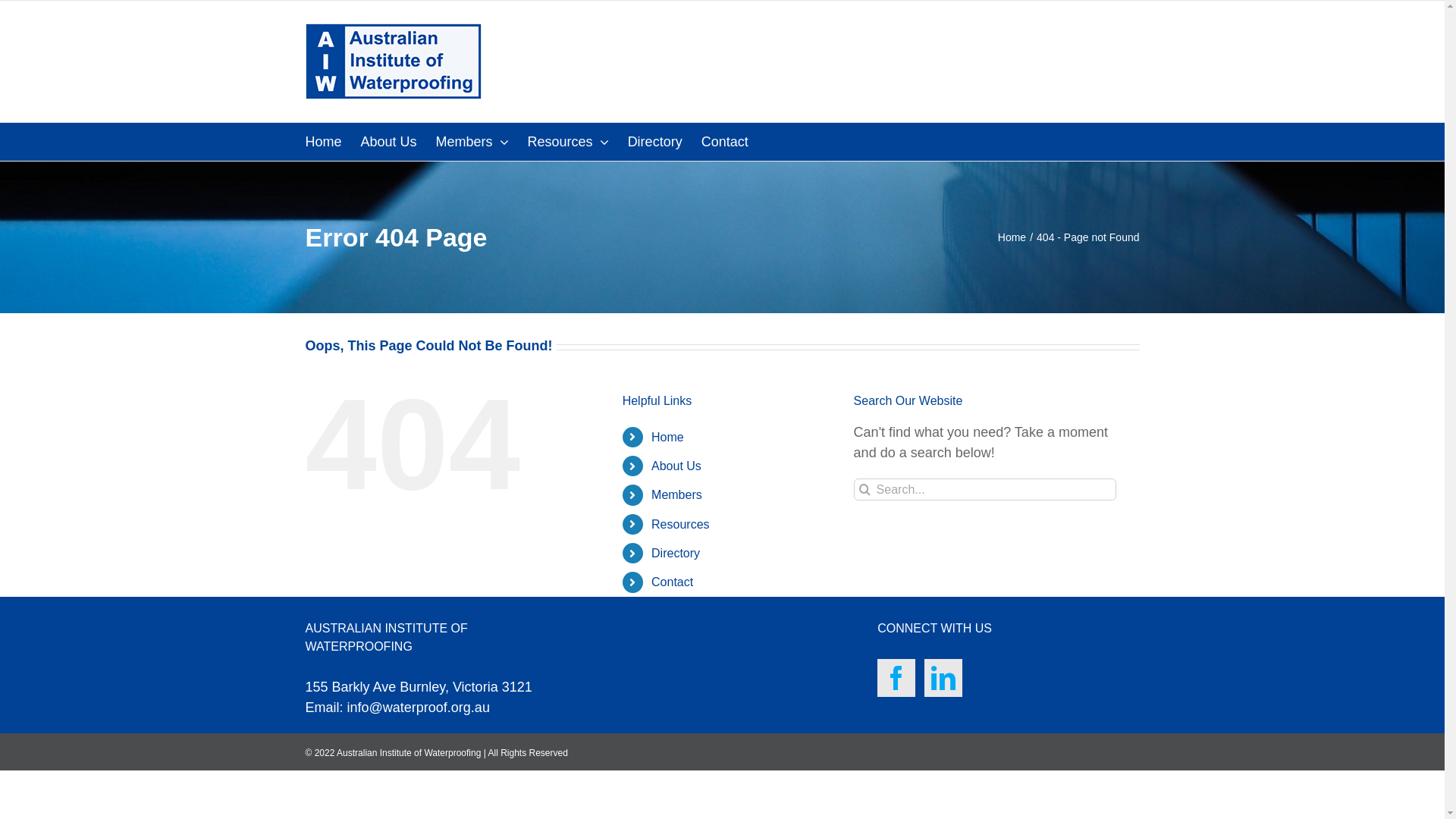  I want to click on 'About Us', so click(389, 141).